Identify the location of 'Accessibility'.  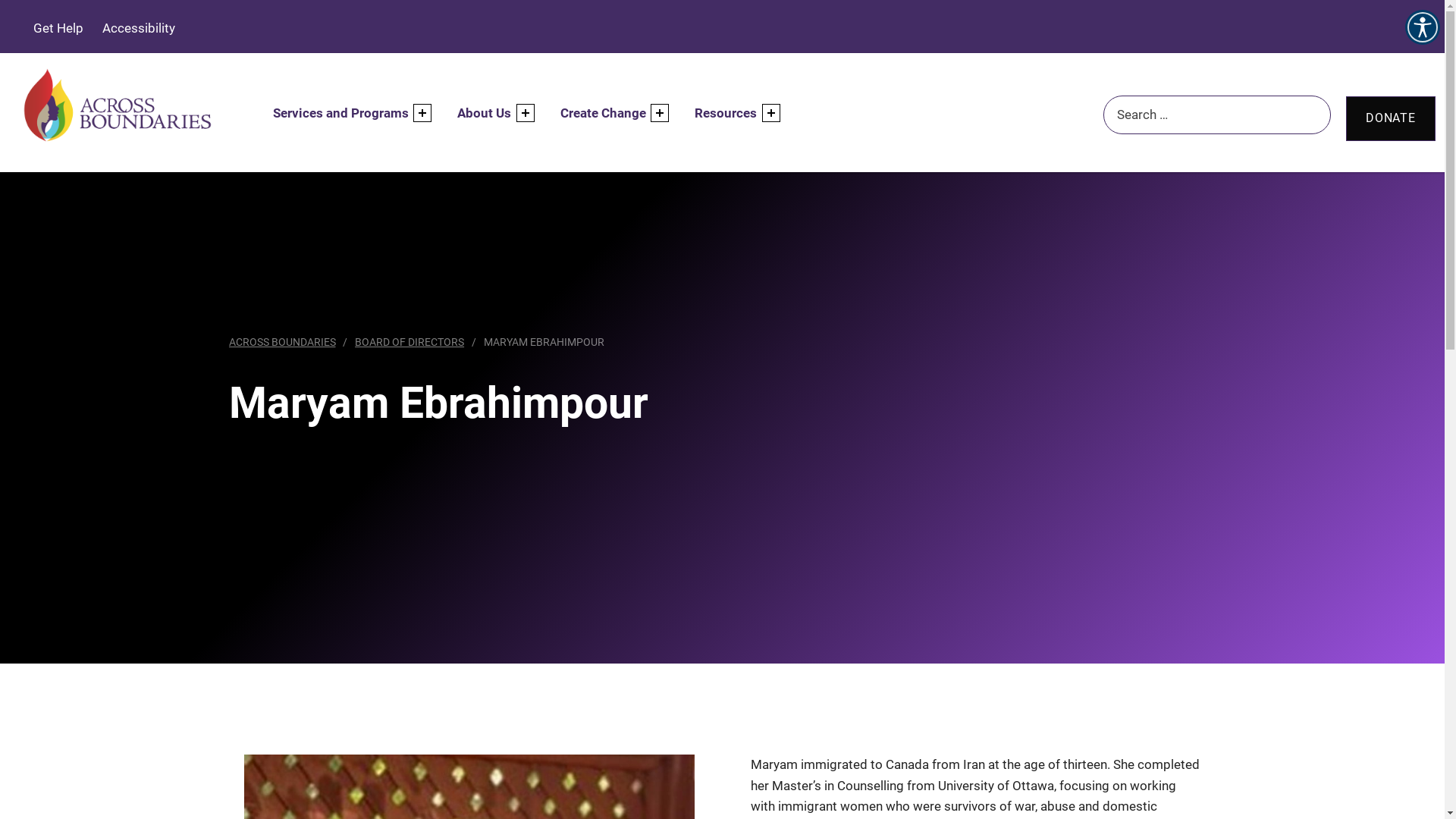
(130, 28).